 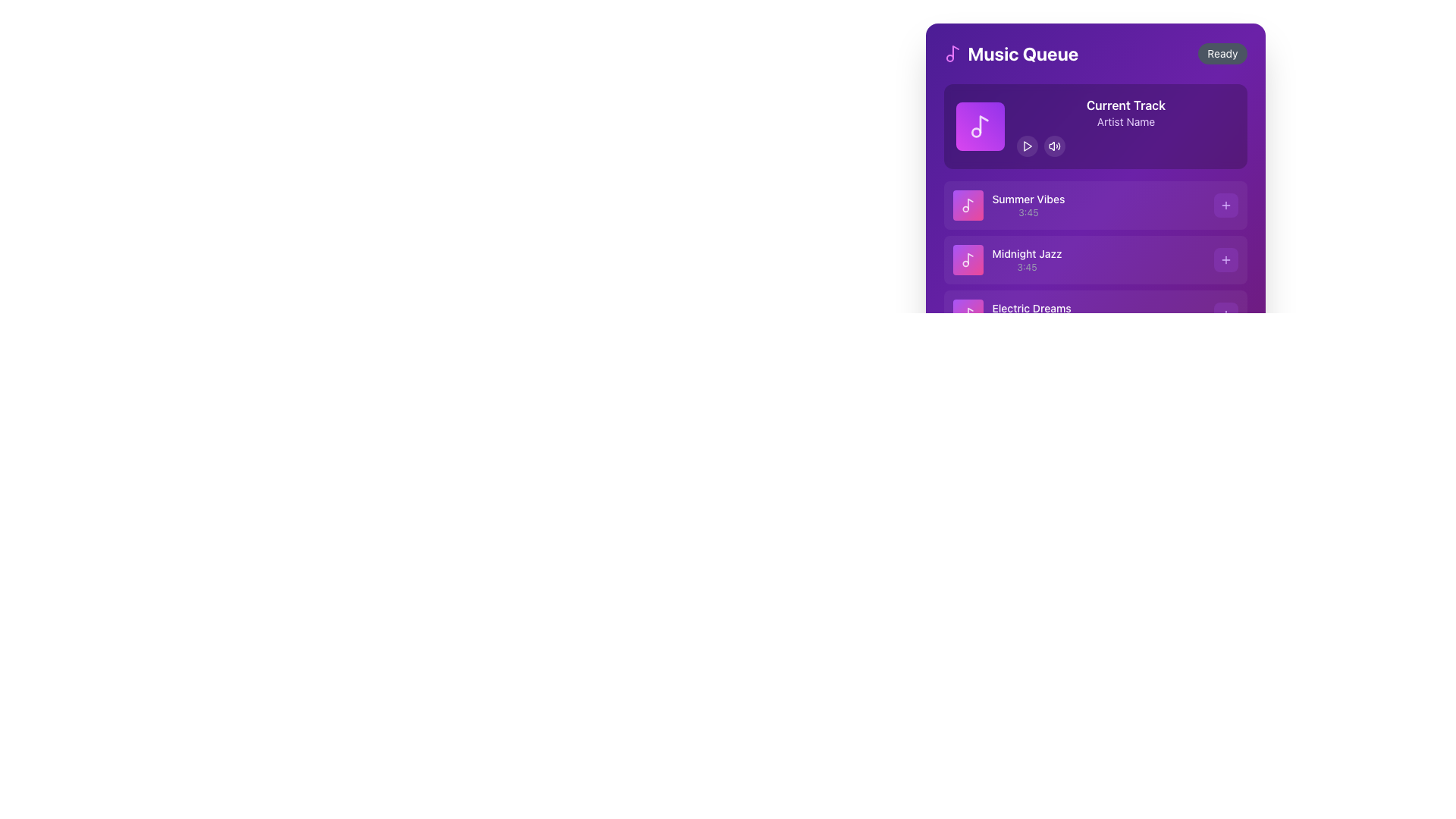 What do you see at coordinates (1026, 259) in the screenshot?
I see `the Text Block displaying the song title 'Midnight Jazz' with duration '3:45' in the music queue interface` at bounding box center [1026, 259].